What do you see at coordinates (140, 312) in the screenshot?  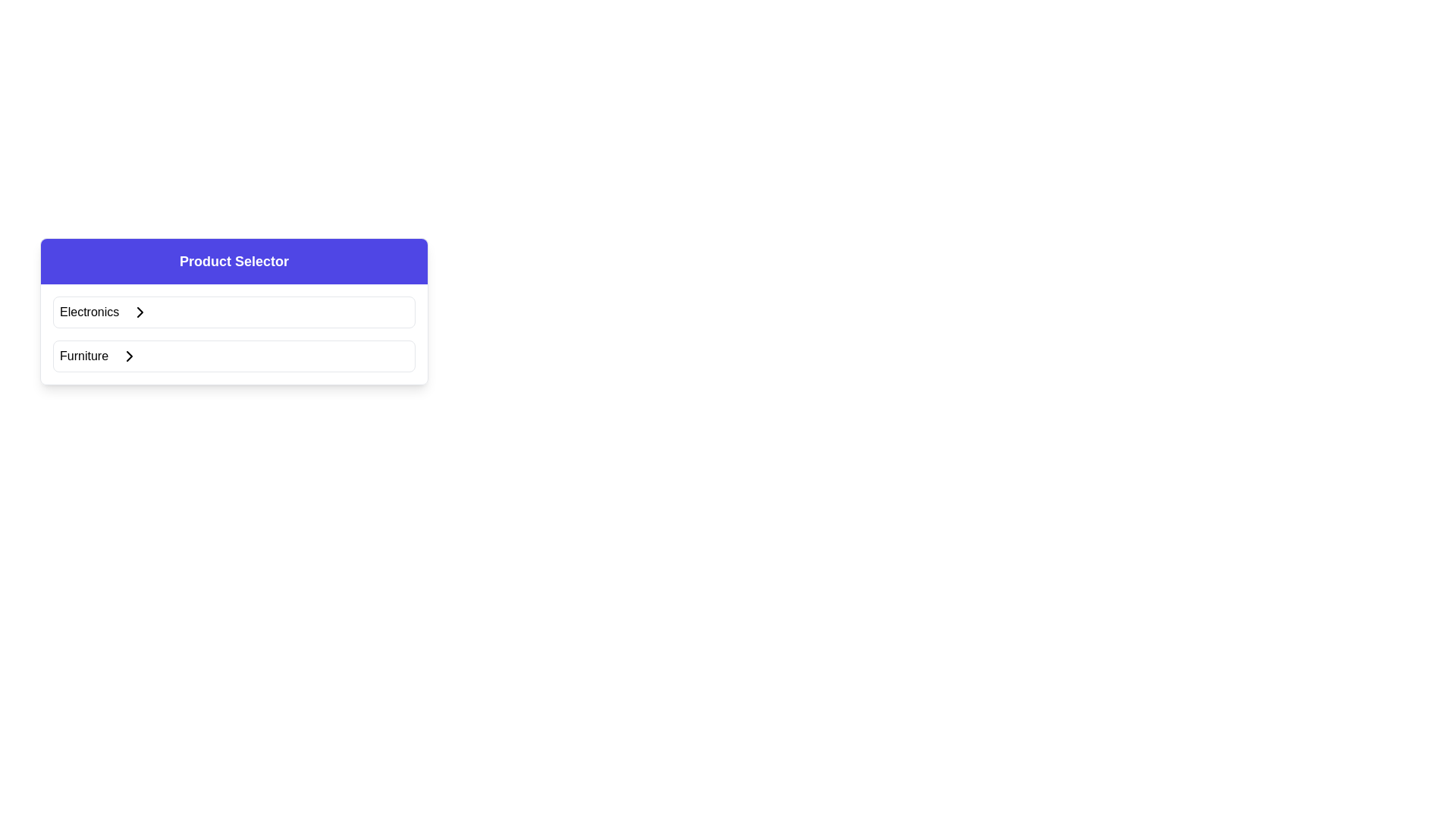 I see `the navigation icon located to the right of the 'Electronics' text` at bounding box center [140, 312].